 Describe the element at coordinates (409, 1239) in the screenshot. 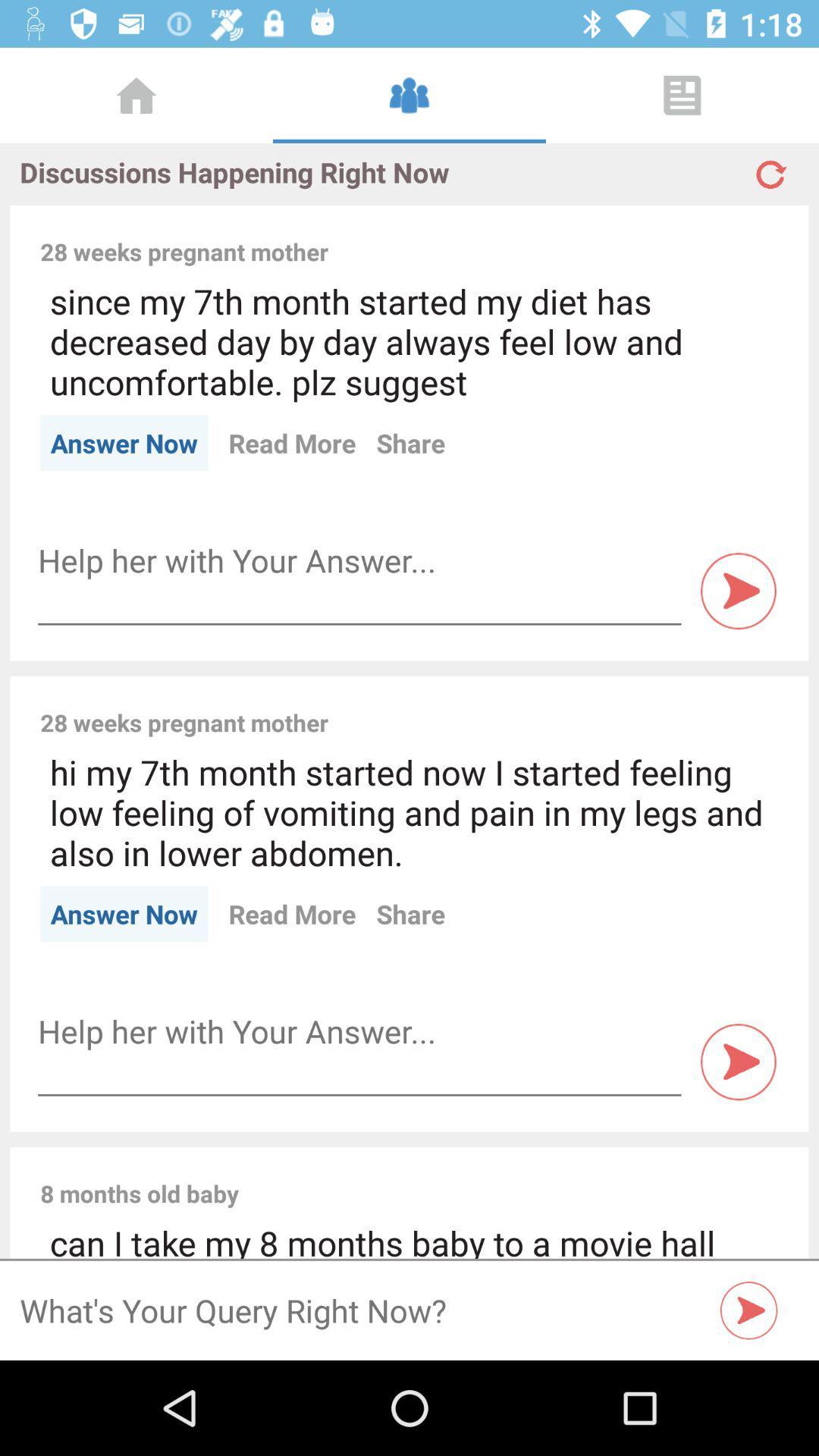

I see `can i take` at that location.